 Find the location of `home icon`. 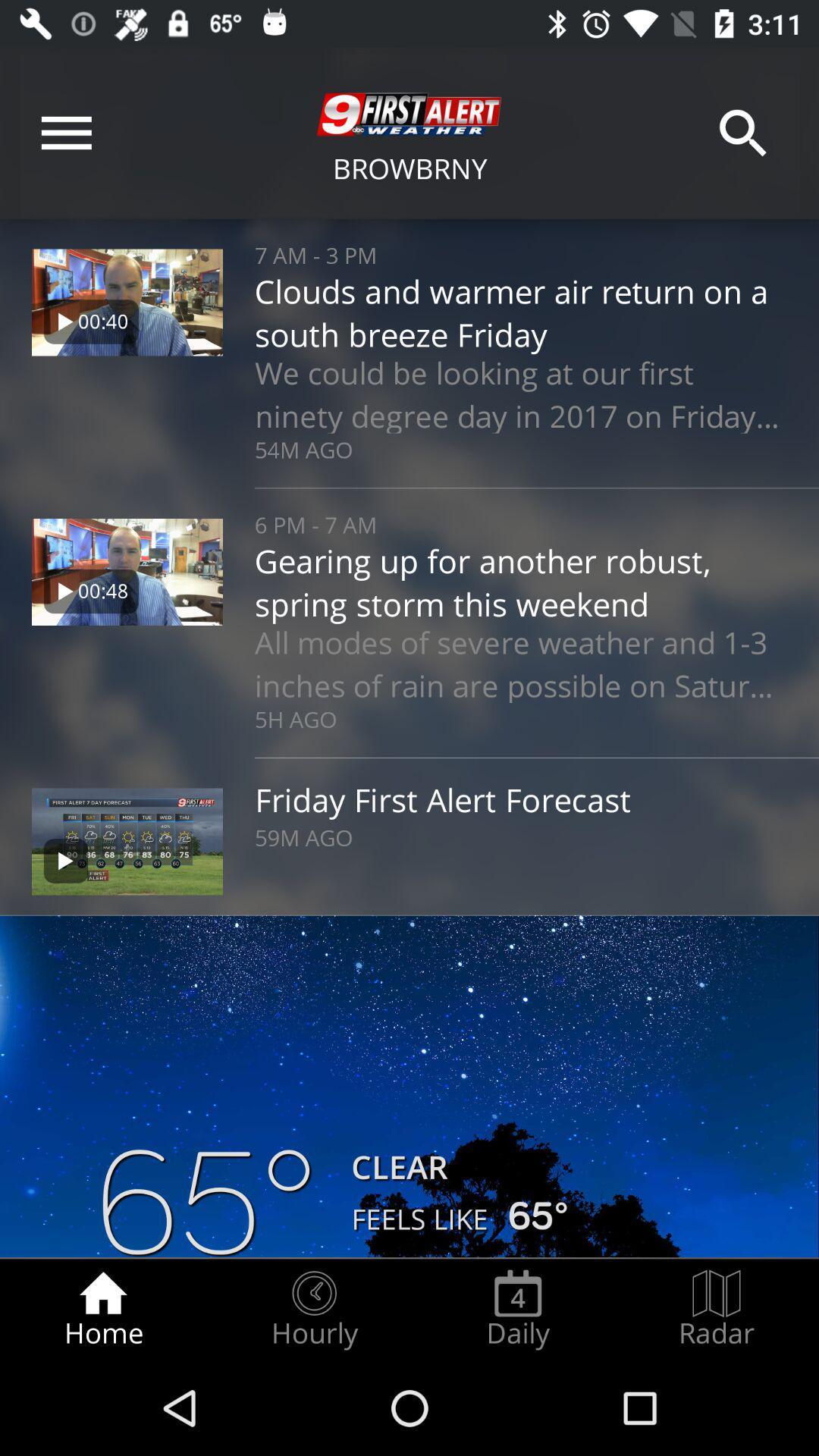

home icon is located at coordinates (102, 1309).